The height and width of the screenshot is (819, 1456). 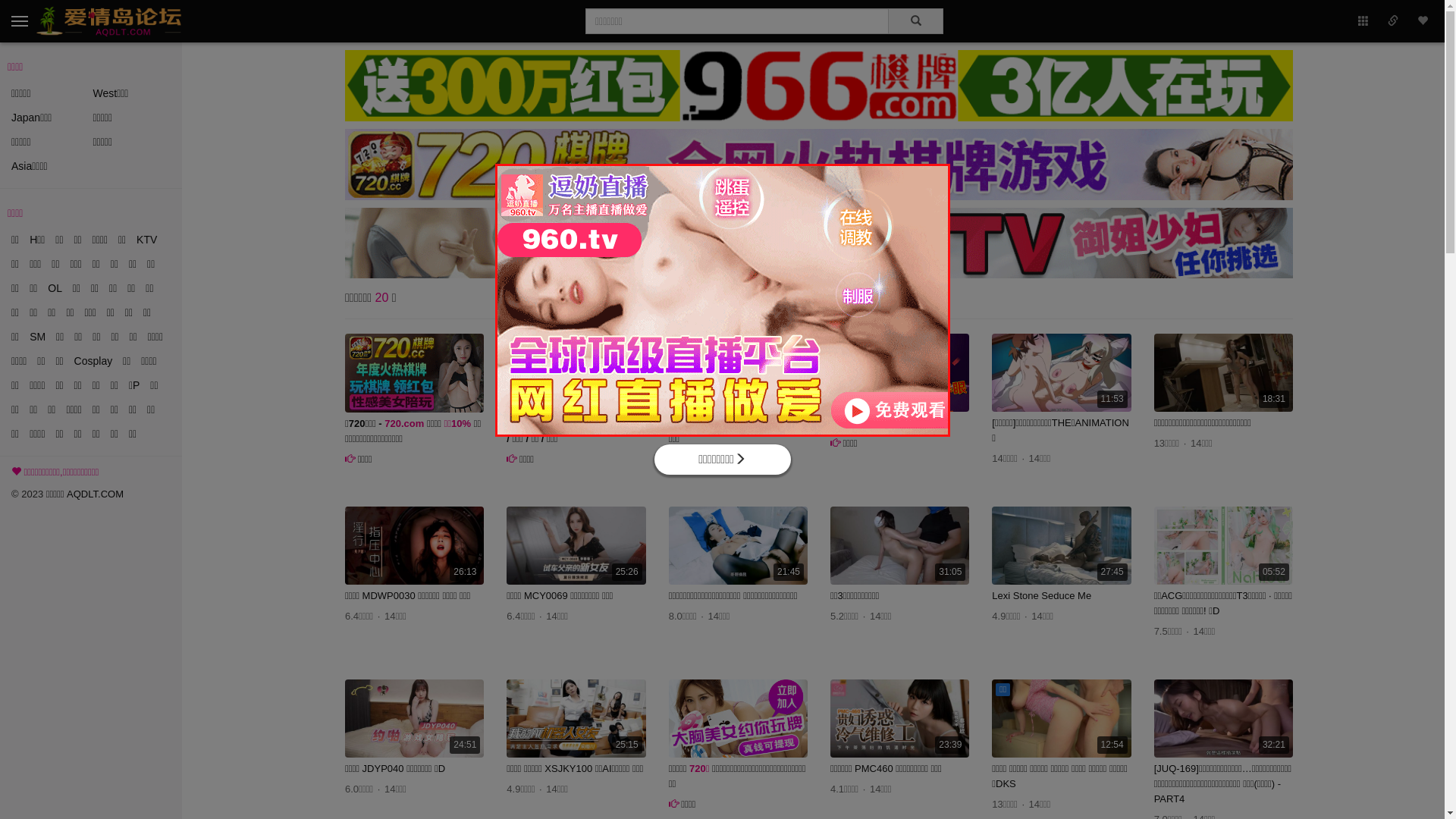 I want to click on '05:52', so click(x=1153, y=544).